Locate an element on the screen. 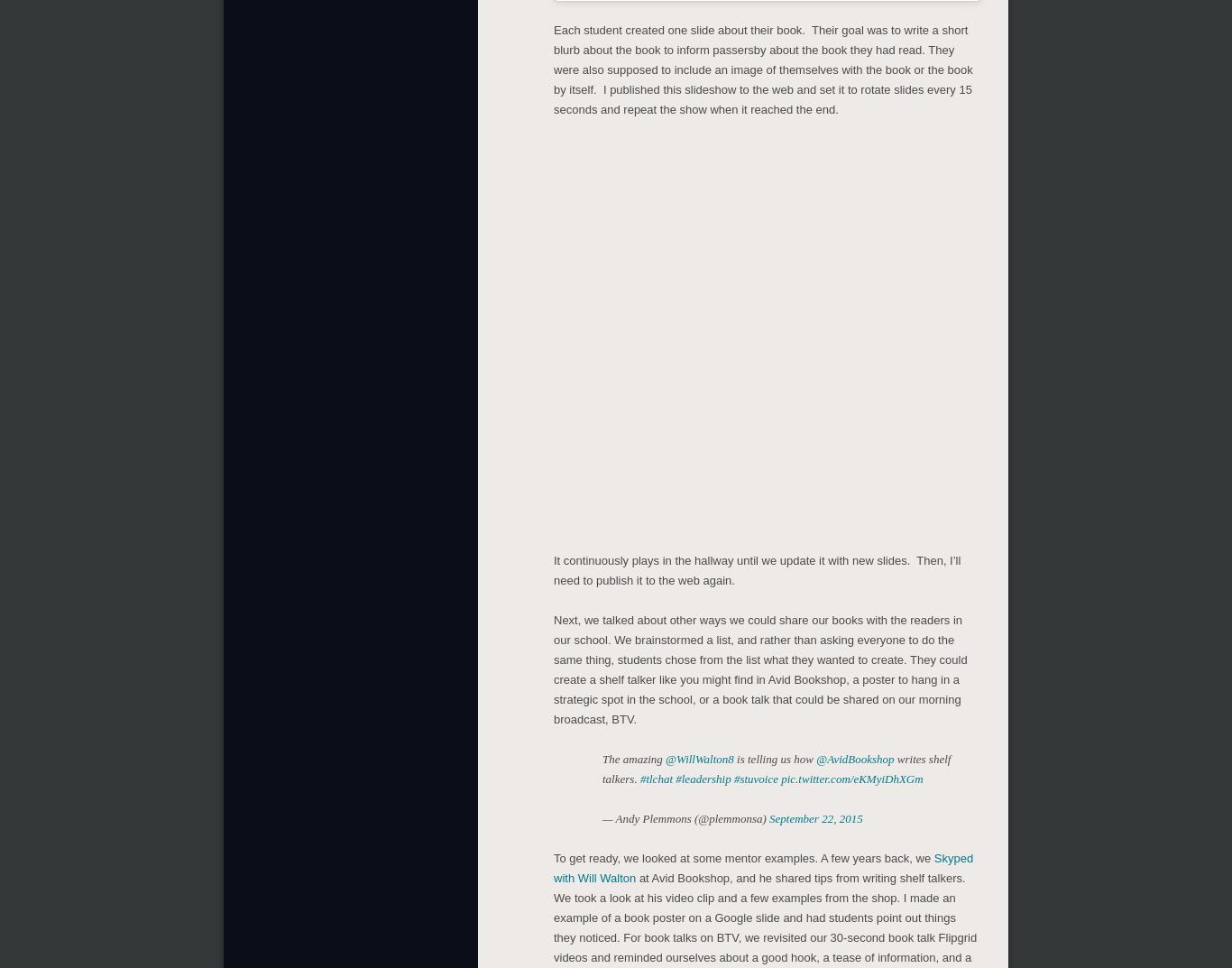 This screenshot has height=968, width=1232. '#leadership' is located at coordinates (703, 778).